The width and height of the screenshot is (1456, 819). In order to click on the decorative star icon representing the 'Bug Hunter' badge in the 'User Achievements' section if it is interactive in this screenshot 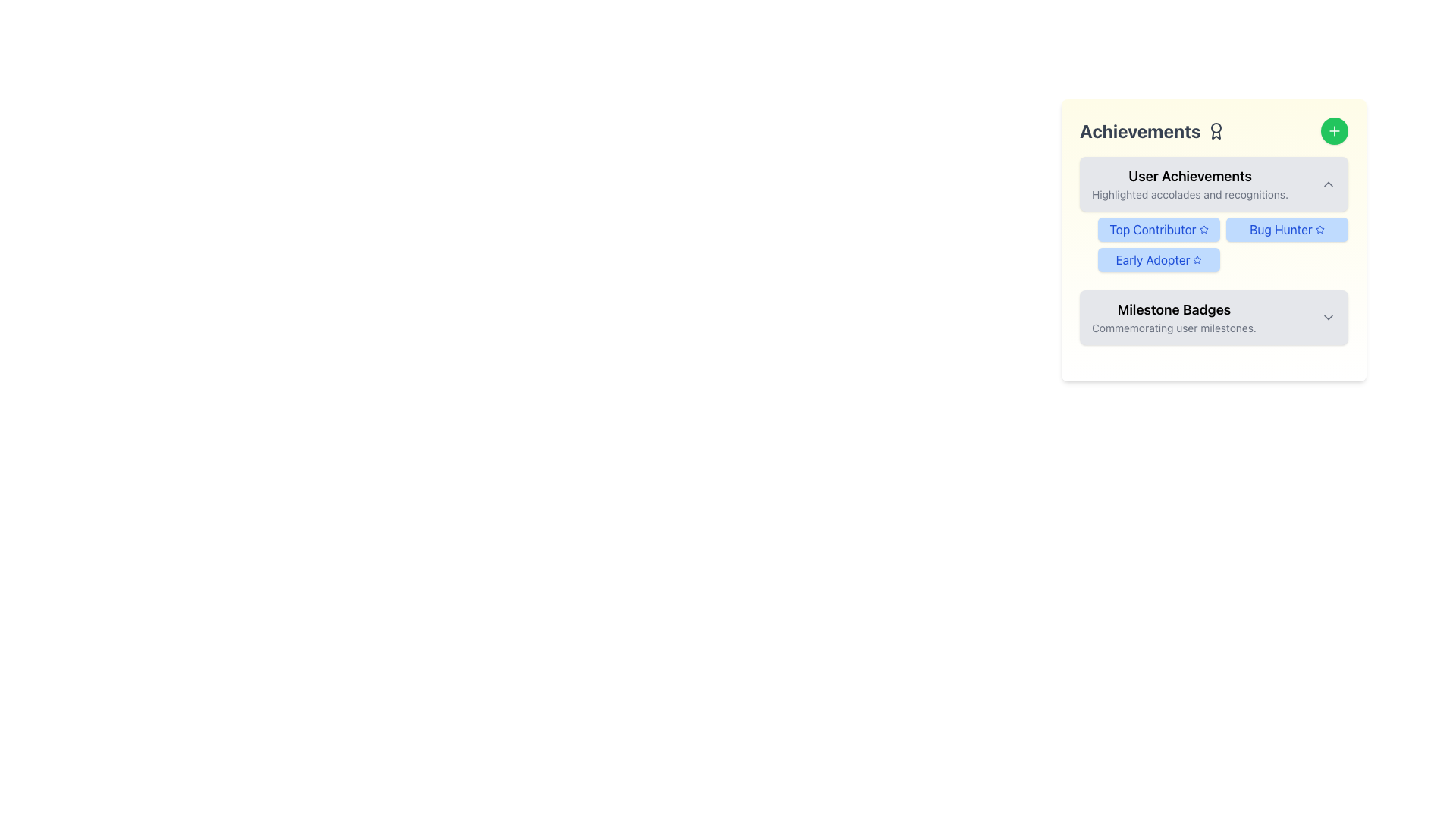, I will do `click(1318, 228)`.